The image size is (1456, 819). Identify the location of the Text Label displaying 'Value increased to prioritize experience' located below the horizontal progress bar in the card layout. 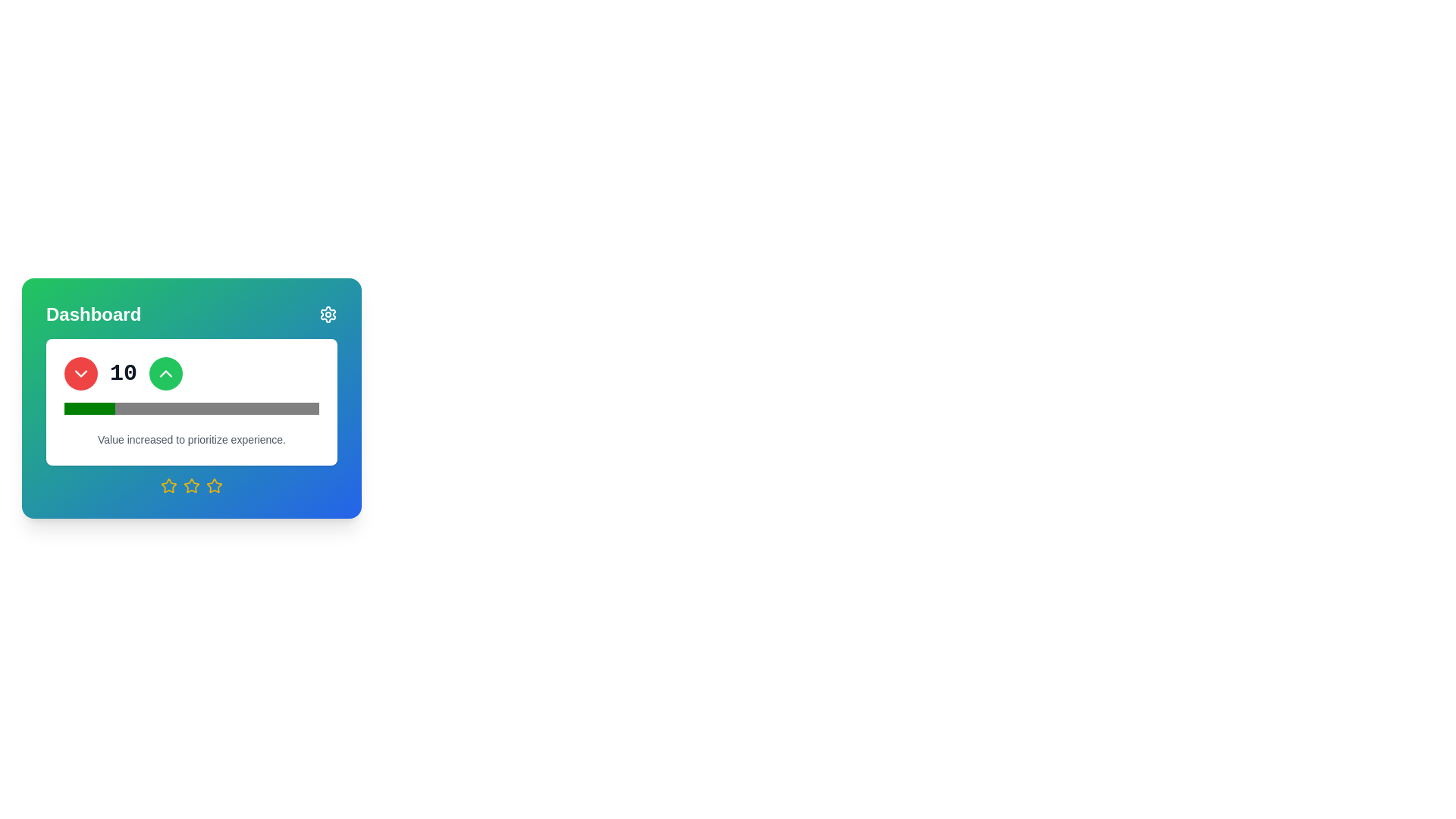
(191, 439).